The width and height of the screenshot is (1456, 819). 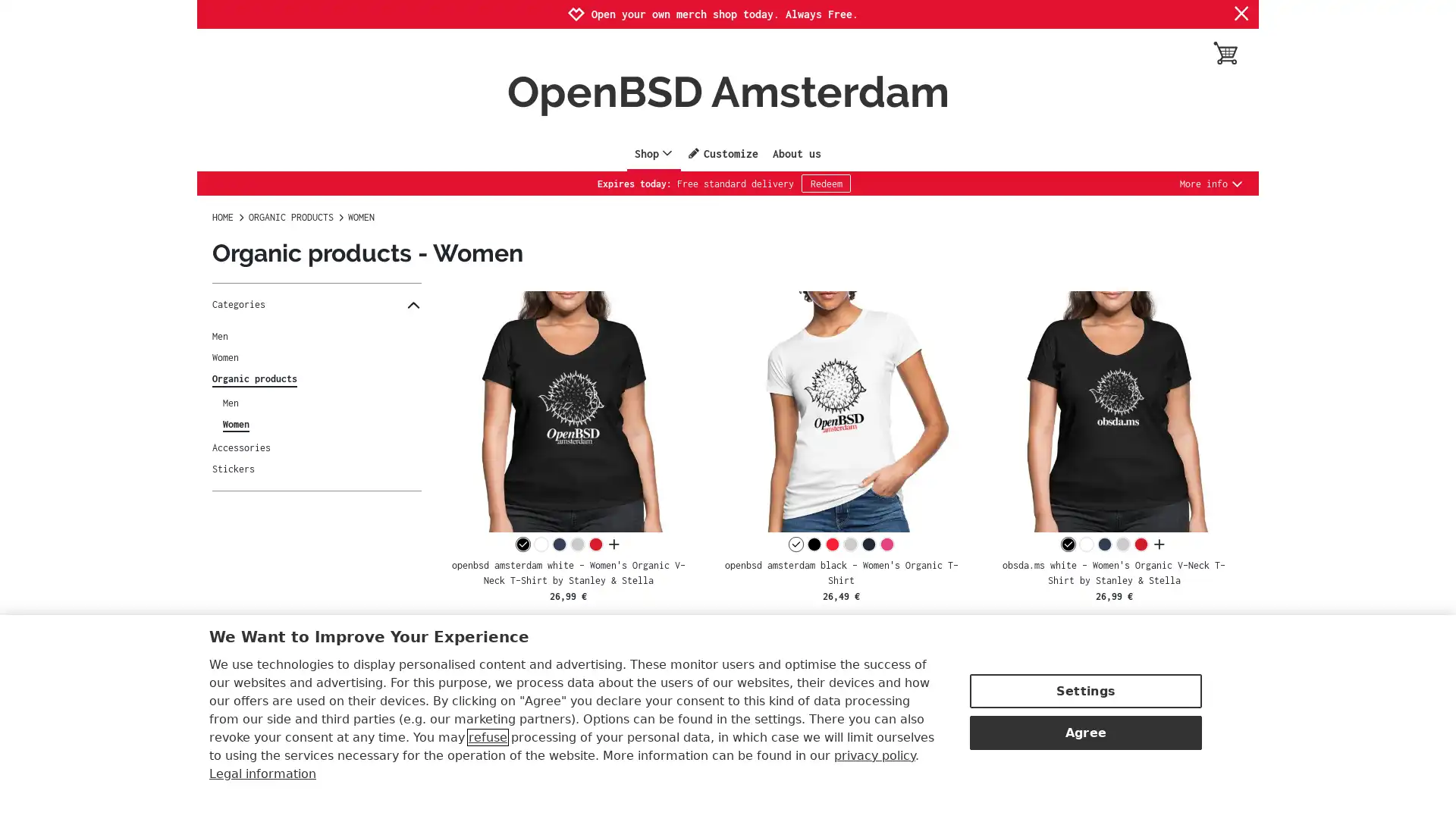 What do you see at coordinates (813, 544) in the screenshot?
I see `black` at bounding box center [813, 544].